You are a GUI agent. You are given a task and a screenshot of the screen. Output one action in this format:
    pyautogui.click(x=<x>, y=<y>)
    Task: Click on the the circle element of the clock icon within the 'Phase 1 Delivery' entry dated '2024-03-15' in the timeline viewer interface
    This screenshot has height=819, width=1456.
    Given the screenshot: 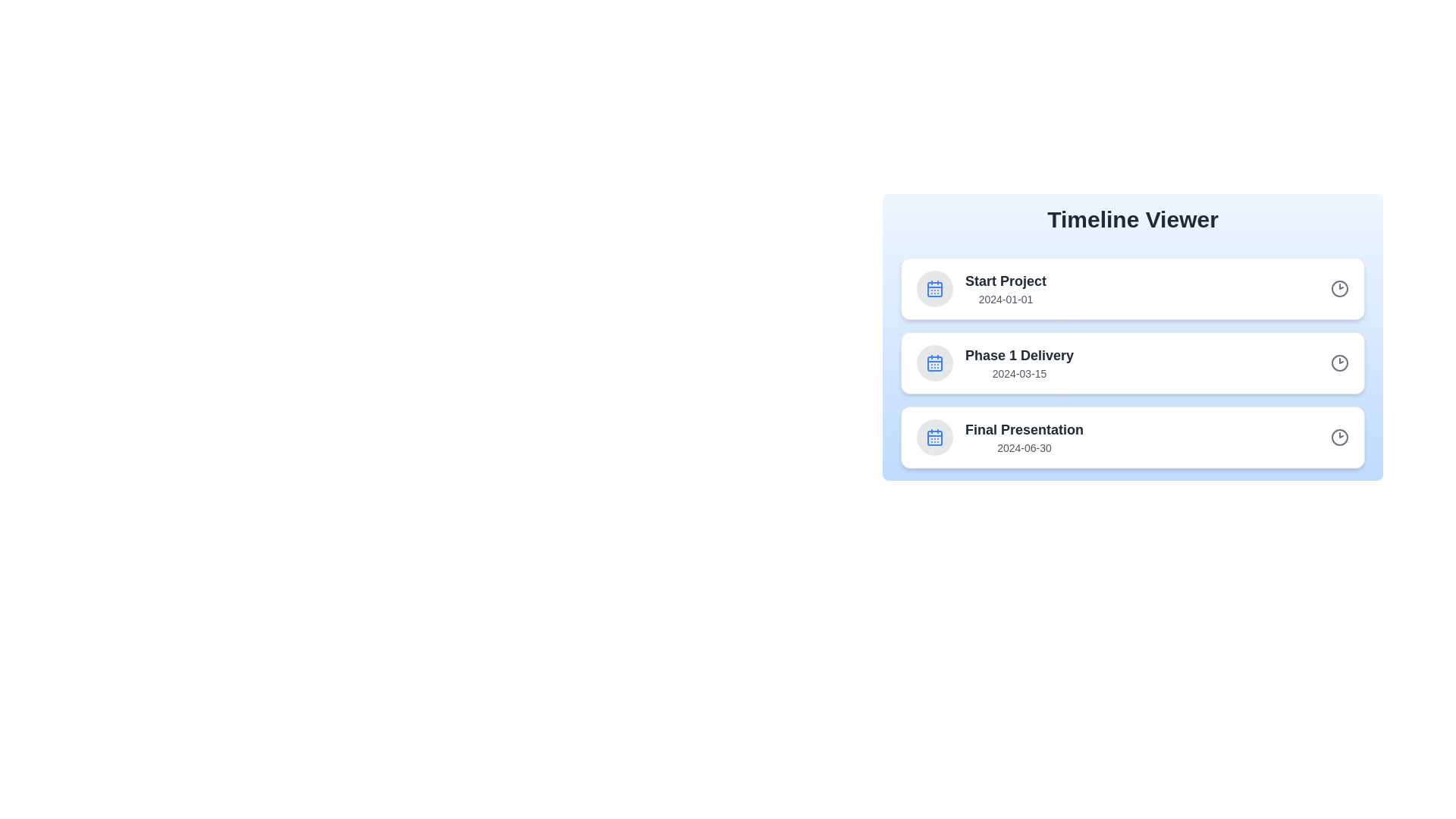 What is the action you would take?
    pyautogui.click(x=1339, y=362)
    